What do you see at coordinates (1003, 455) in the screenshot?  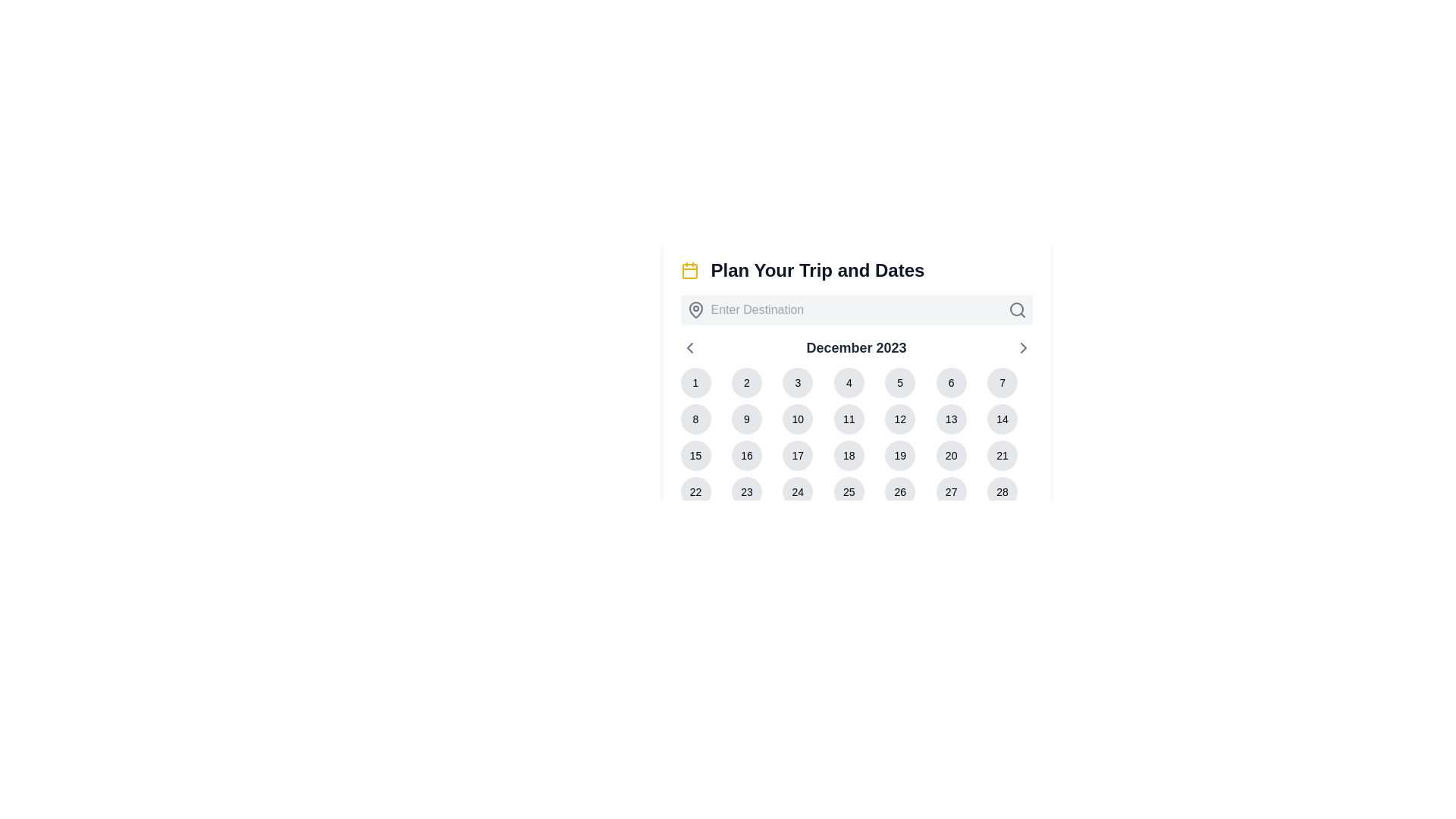 I see `the seventh button` at bounding box center [1003, 455].